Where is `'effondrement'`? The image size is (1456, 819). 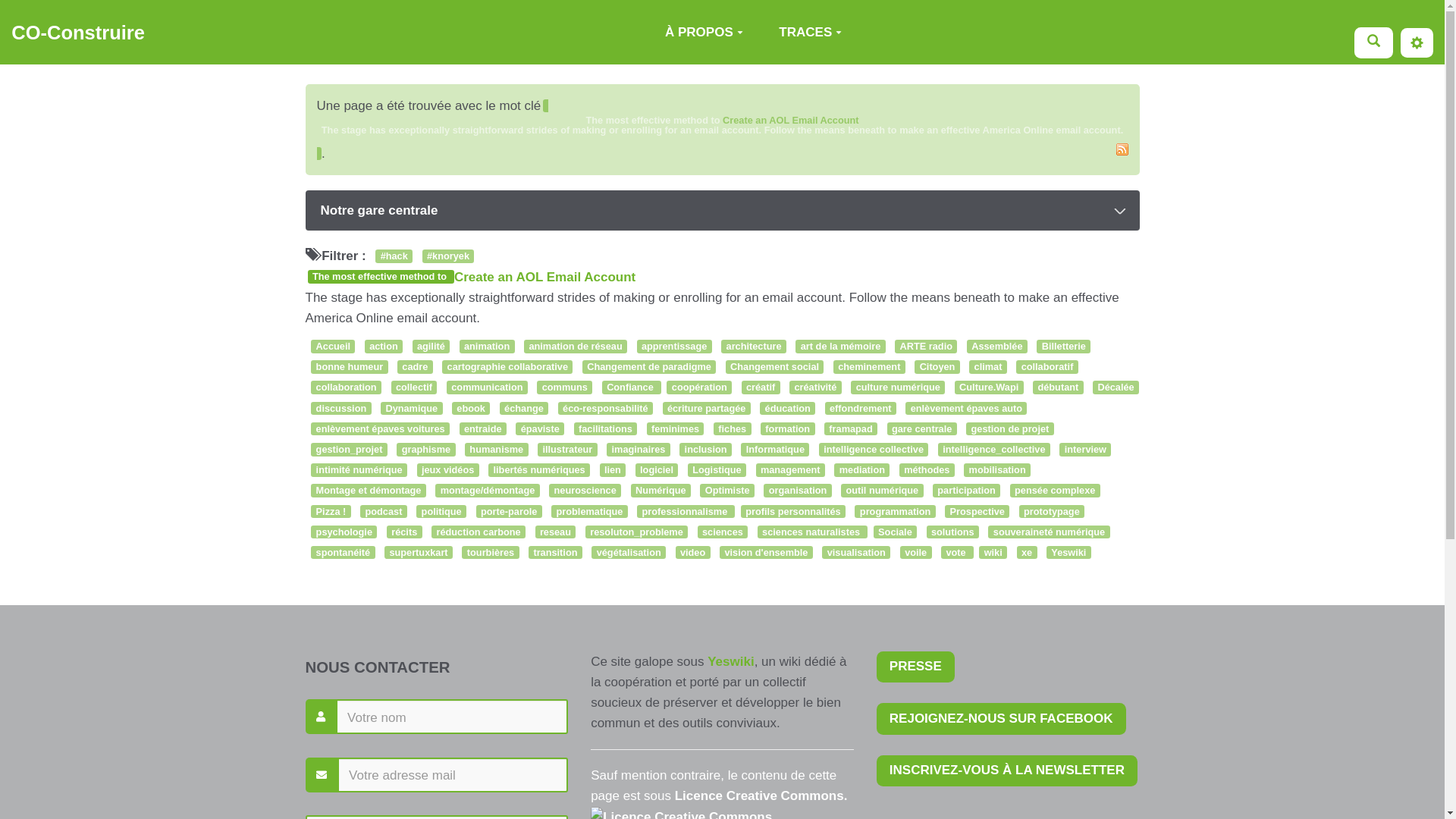
'effondrement' is located at coordinates (860, 408).